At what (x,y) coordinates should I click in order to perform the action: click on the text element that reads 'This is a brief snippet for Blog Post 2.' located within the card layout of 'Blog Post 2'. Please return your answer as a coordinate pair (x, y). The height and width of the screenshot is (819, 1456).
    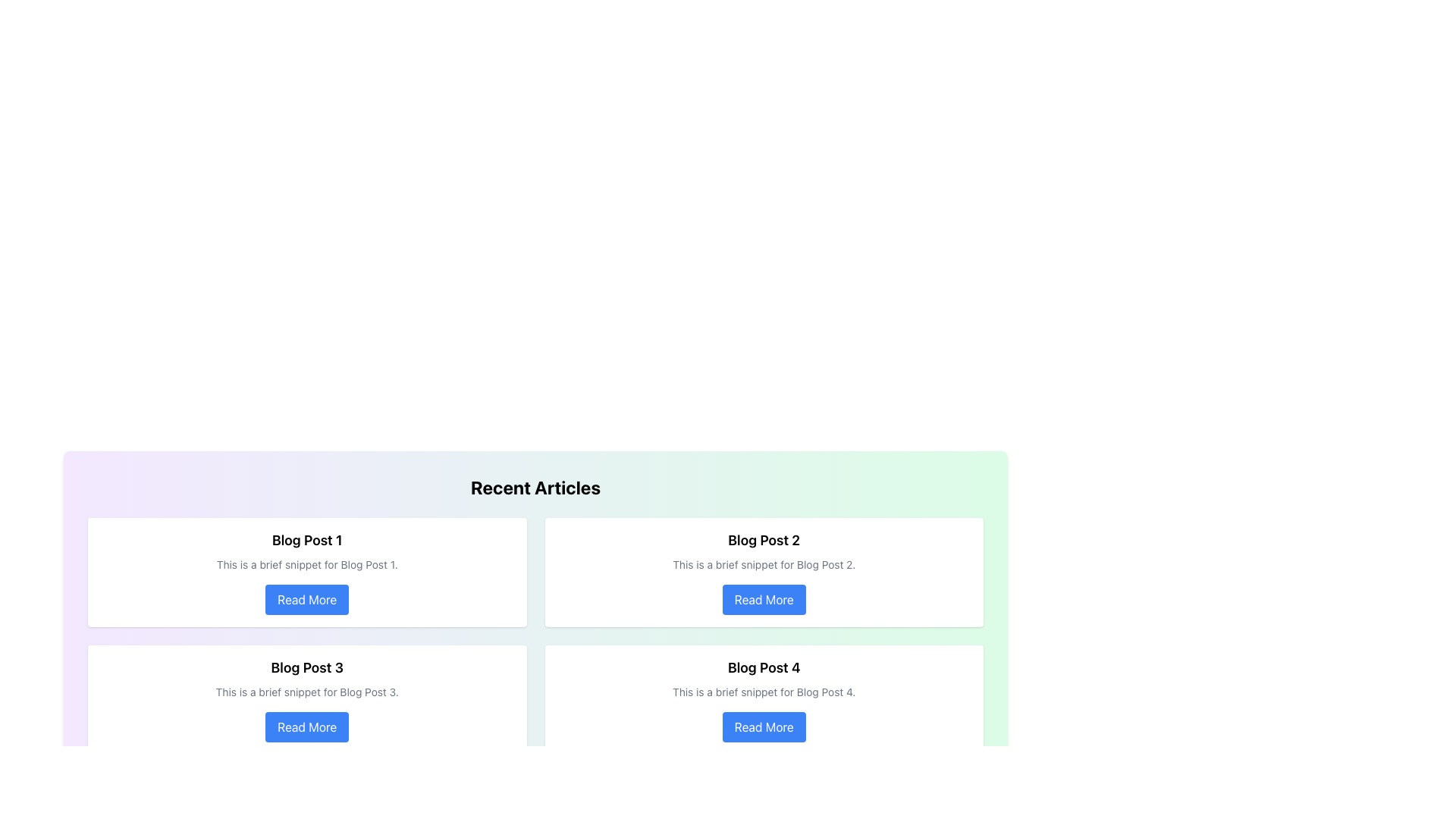
    Looking at the image, I should click on (764, 564).